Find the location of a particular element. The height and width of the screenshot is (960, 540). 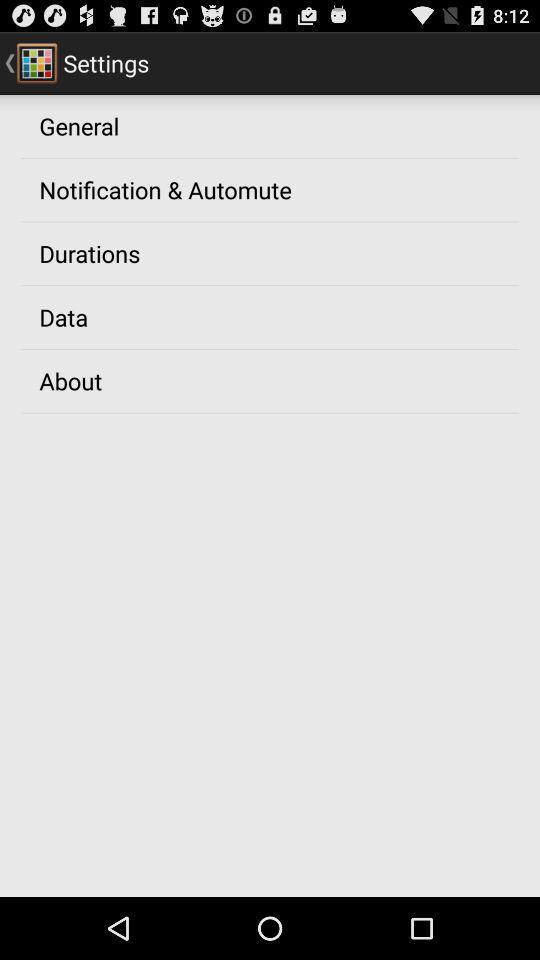

the about app is located at coordinates (69, 379).